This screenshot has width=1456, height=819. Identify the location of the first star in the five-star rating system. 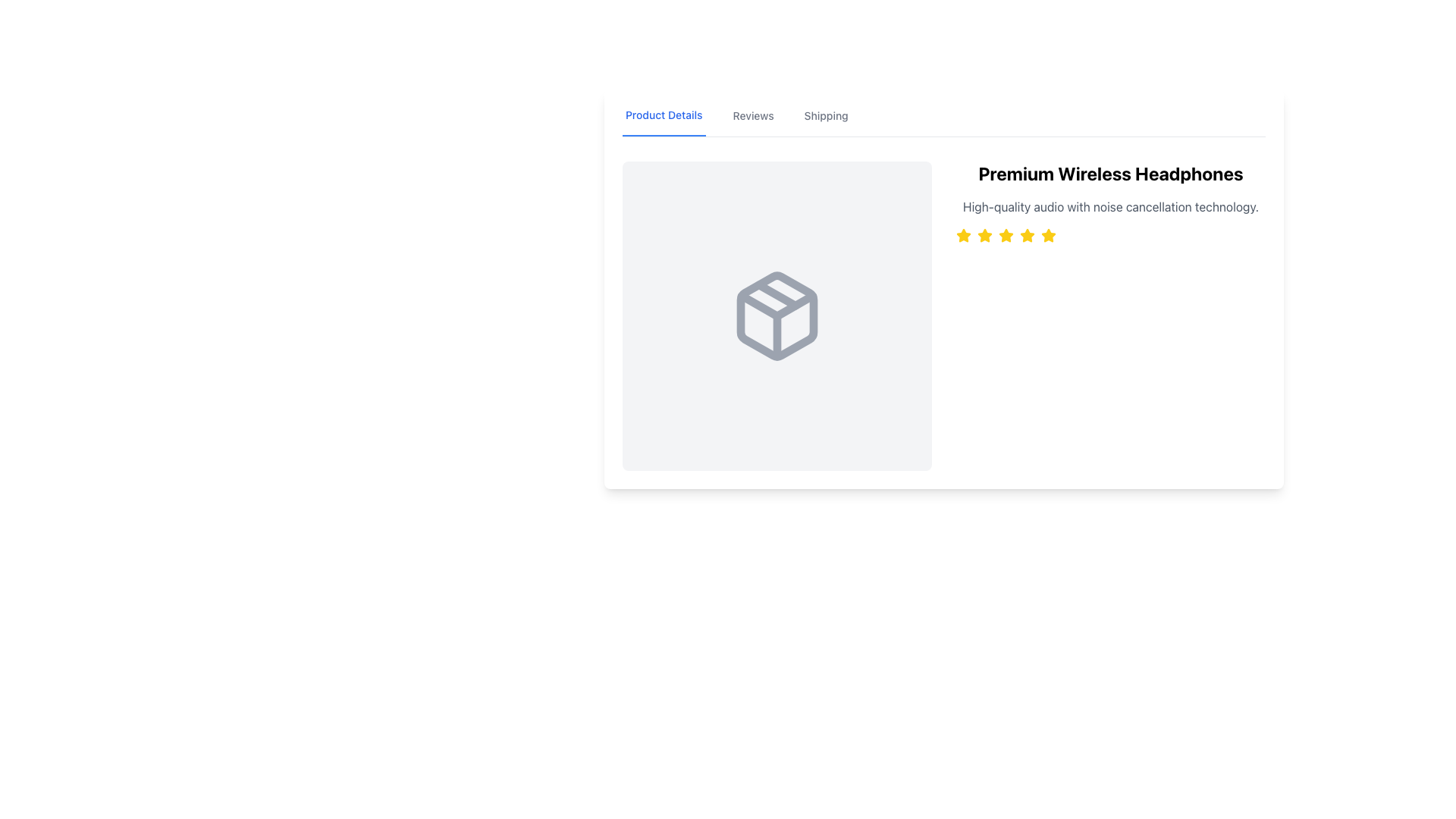
(963, 235).